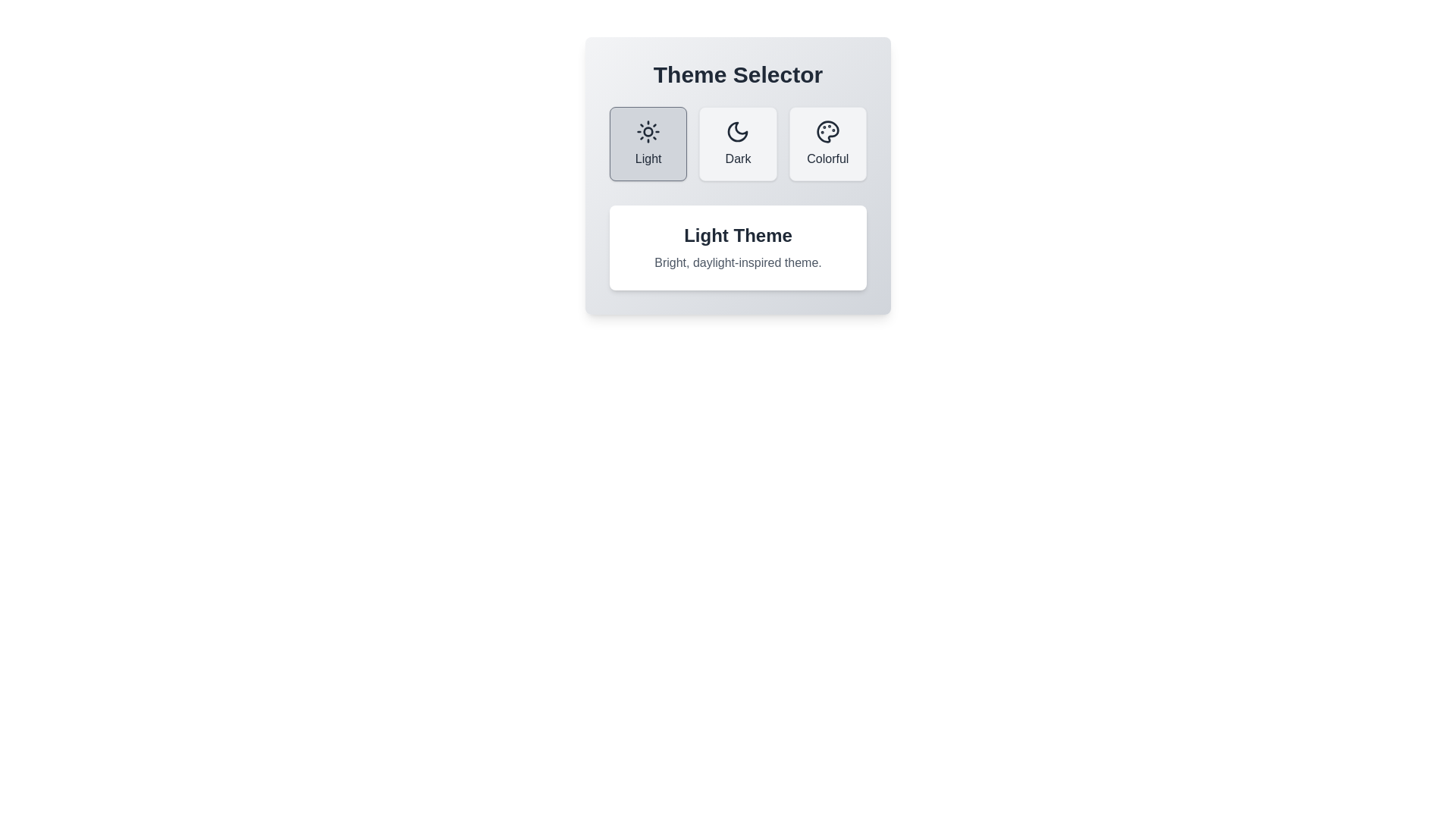  What do you see at coordinates (738, 174) in the screenshot?
I see `the central button labeled 'Dark' in the 'Theme Selector' card interface` at bounding box center [738, 174].